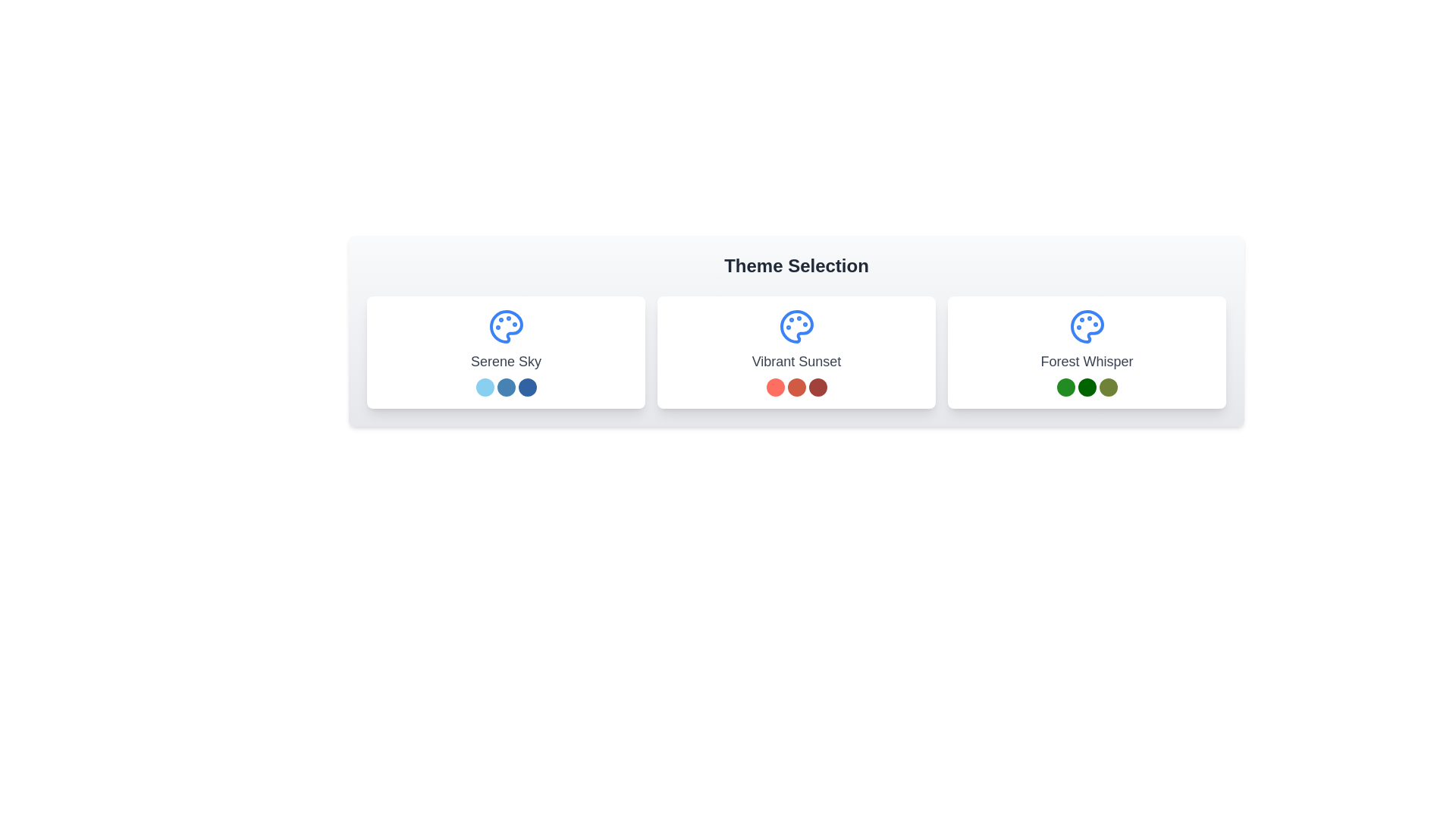  What do you see at coordinates (506, 386) in the screenshot?
I see `the steel blue circular color indicator button, which is the second circle in a horizontally aligned group of three circles below the 'Serene Sky' label` at bounding box center [506, 386].